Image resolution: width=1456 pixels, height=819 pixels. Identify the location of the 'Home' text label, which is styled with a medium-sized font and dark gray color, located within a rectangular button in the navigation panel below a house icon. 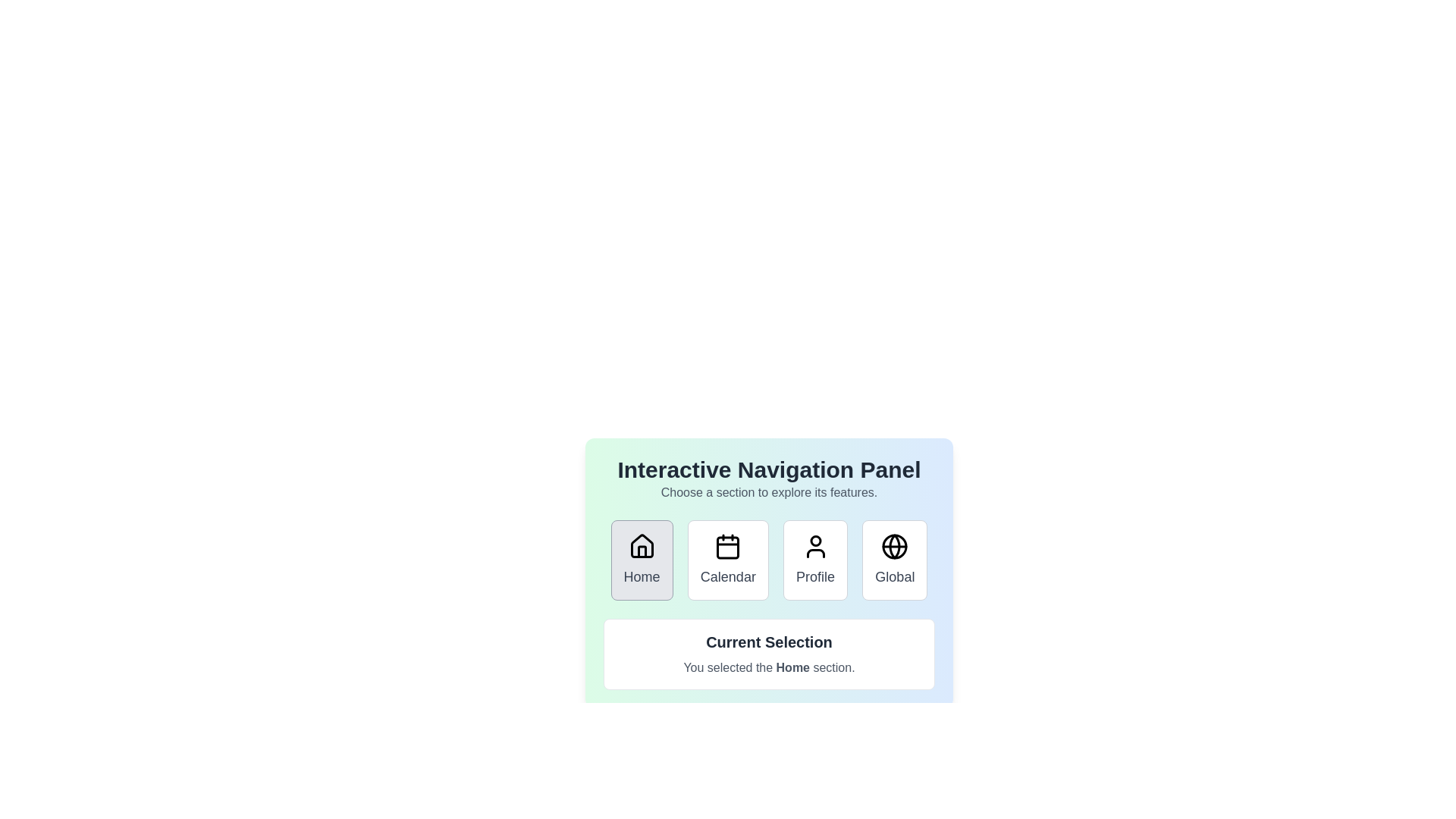
(642, 576).